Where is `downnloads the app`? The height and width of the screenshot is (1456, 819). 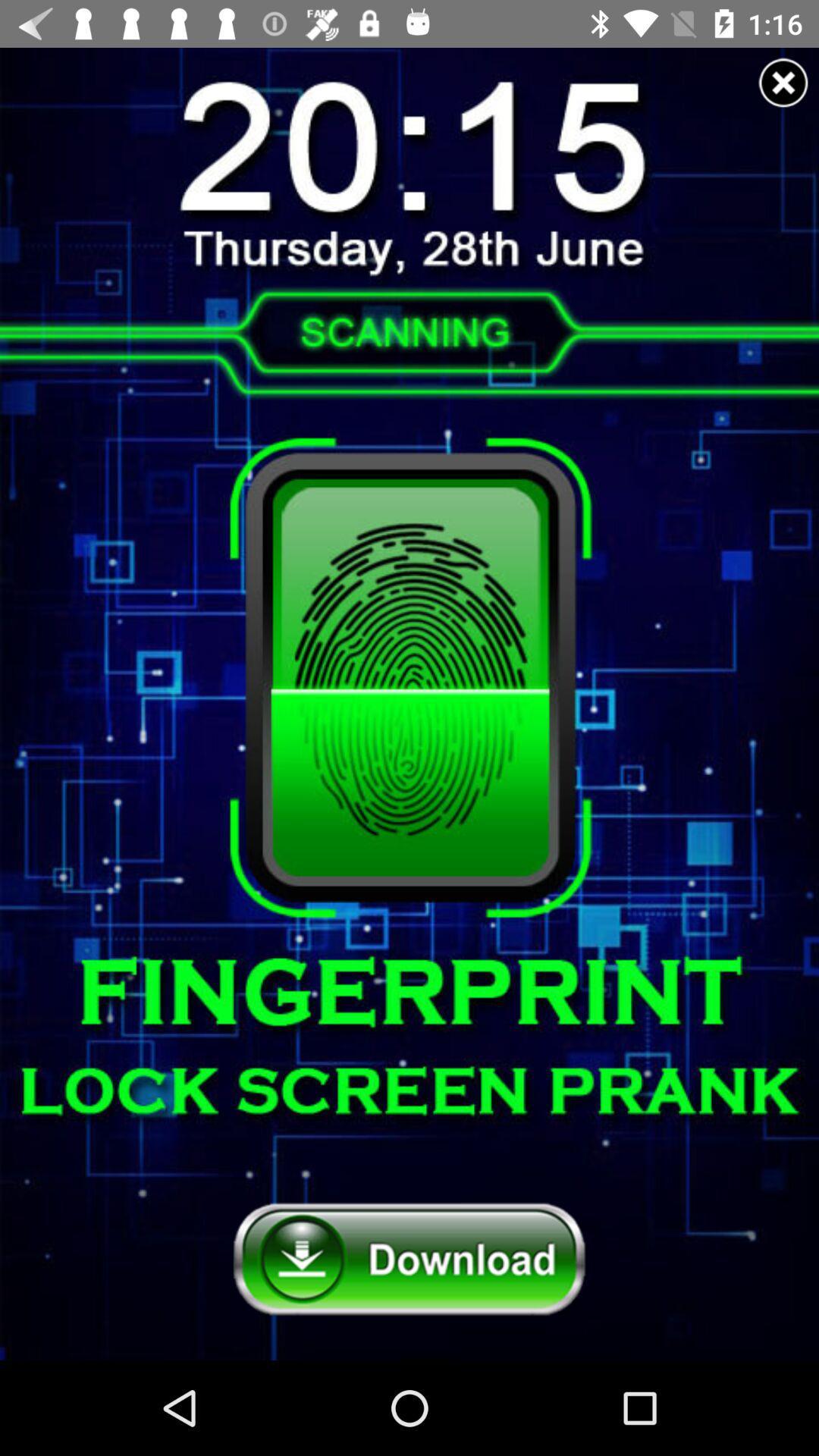
downnloads the app is located at coordinates (409, 1260).